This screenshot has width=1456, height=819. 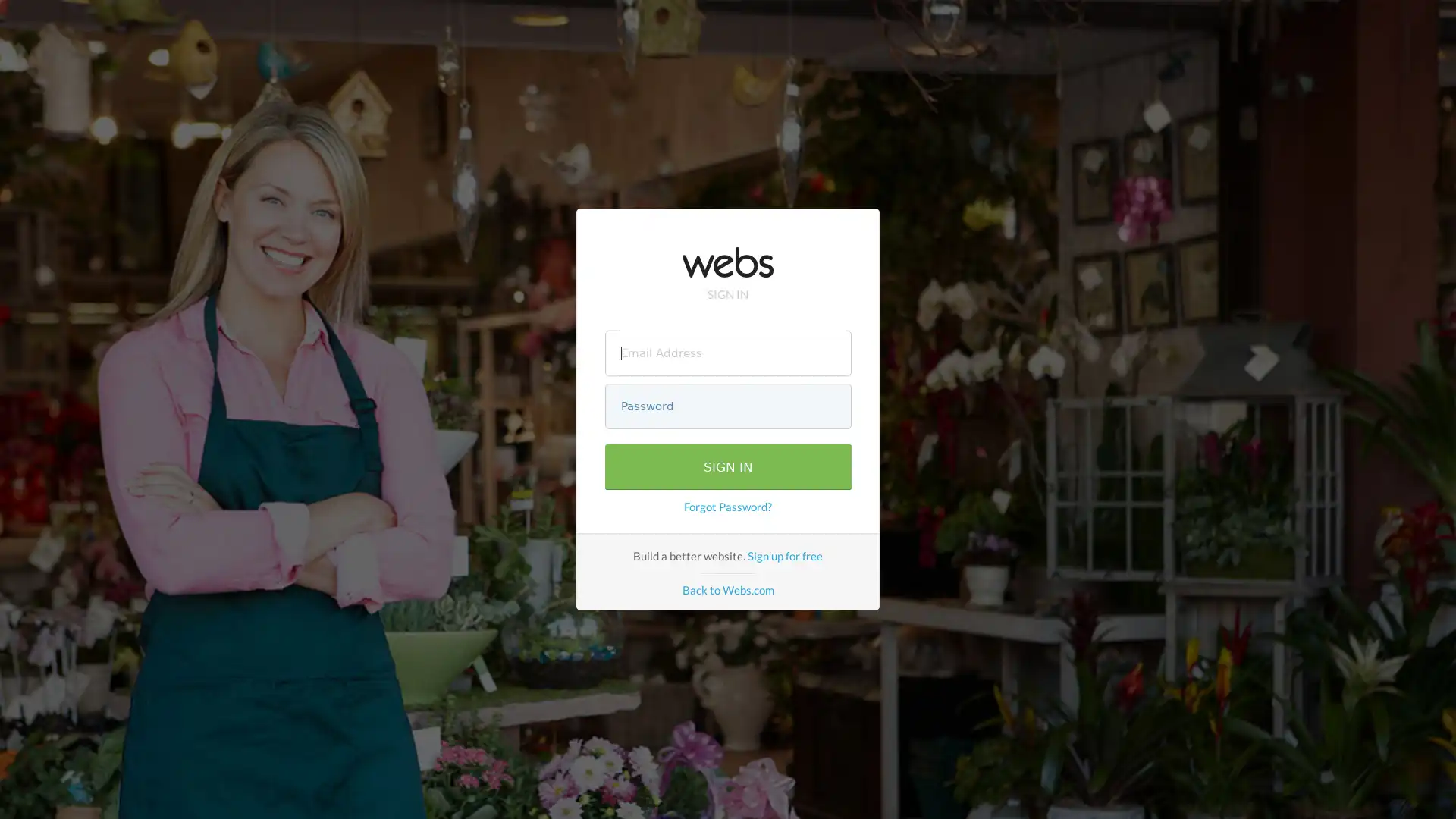 I want to click on SIGN IN, so click(x=726, y=466).